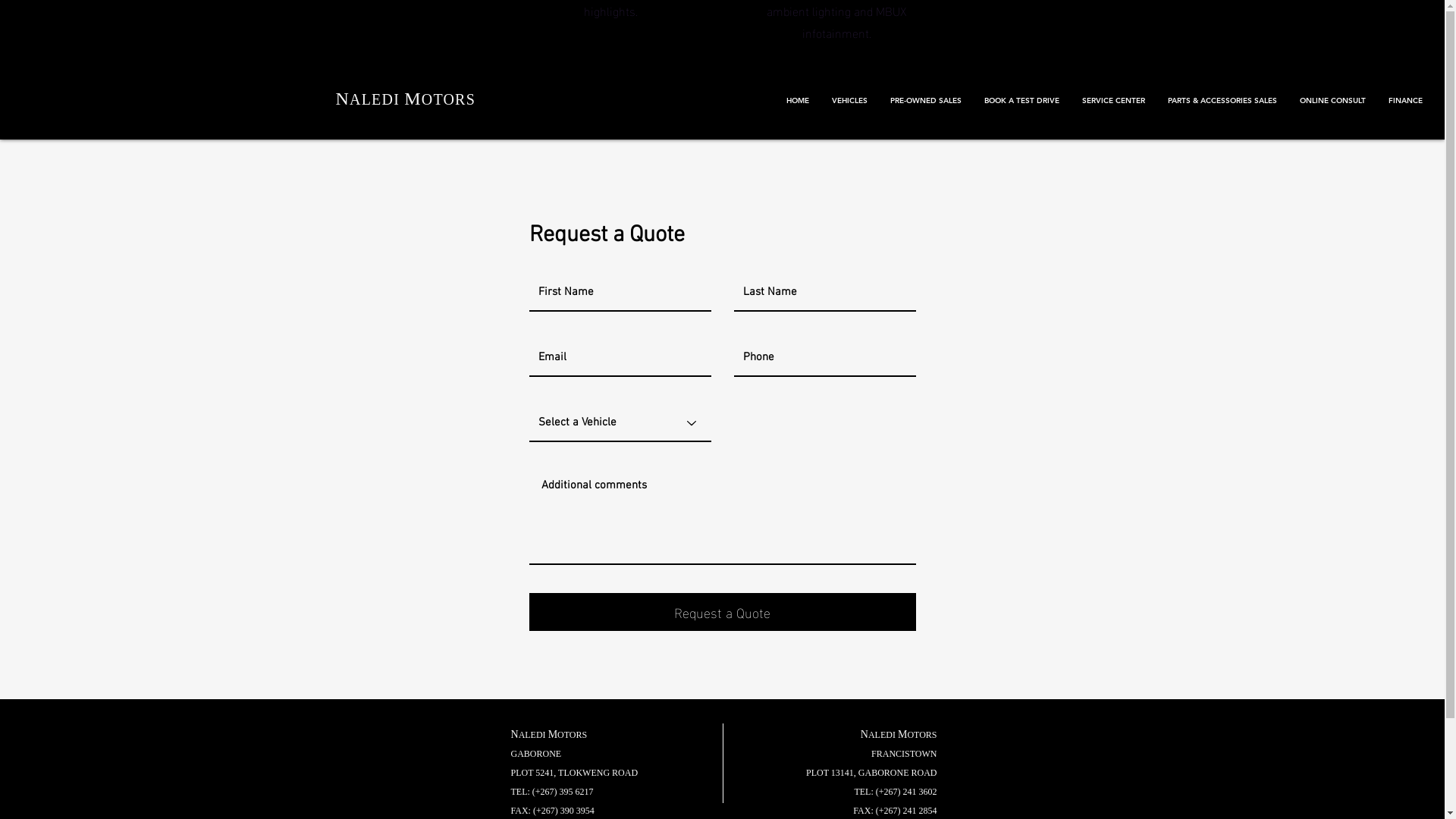  What do you see at coordinates (405, 99) in the screenshot?
I see `'NALEDI MOTORS'` at bounding box center [405, 99].